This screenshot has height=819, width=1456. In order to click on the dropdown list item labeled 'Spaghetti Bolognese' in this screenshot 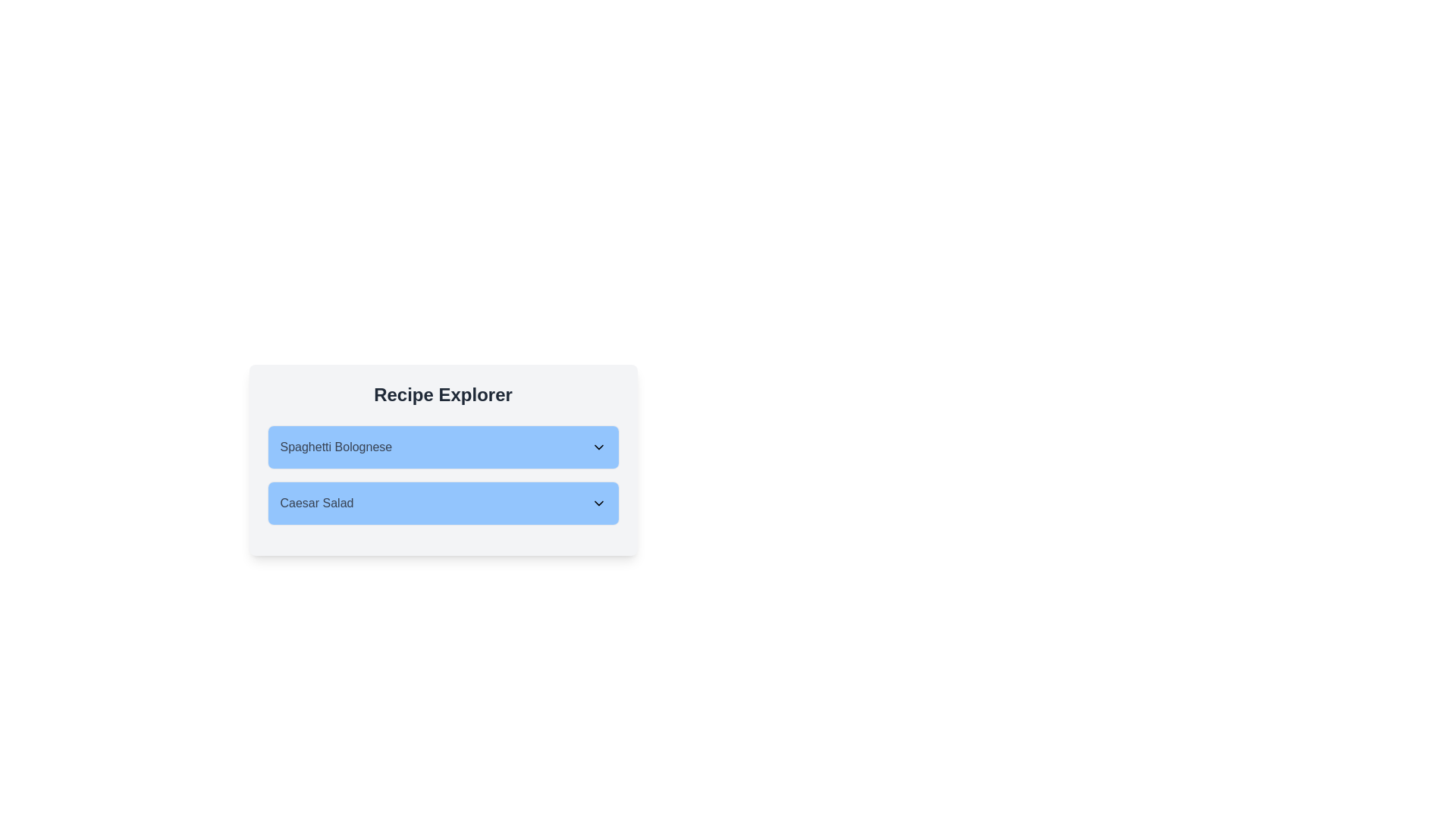, I will do `click(442, 447)`.